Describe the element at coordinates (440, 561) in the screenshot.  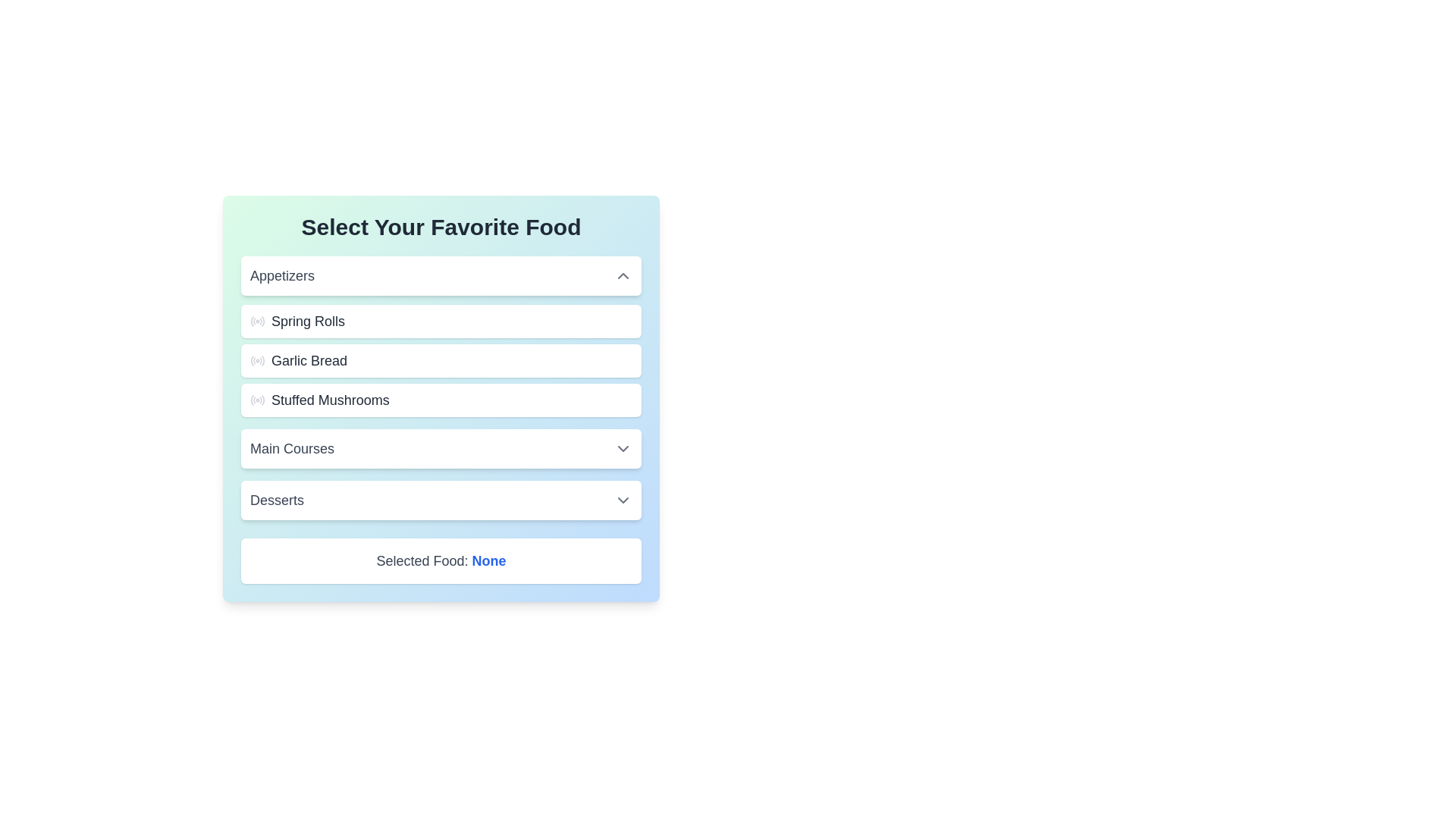
I see `displayed text from the Text display component located at the bottom of the interface beneath the 'Desserts' section` at that location.